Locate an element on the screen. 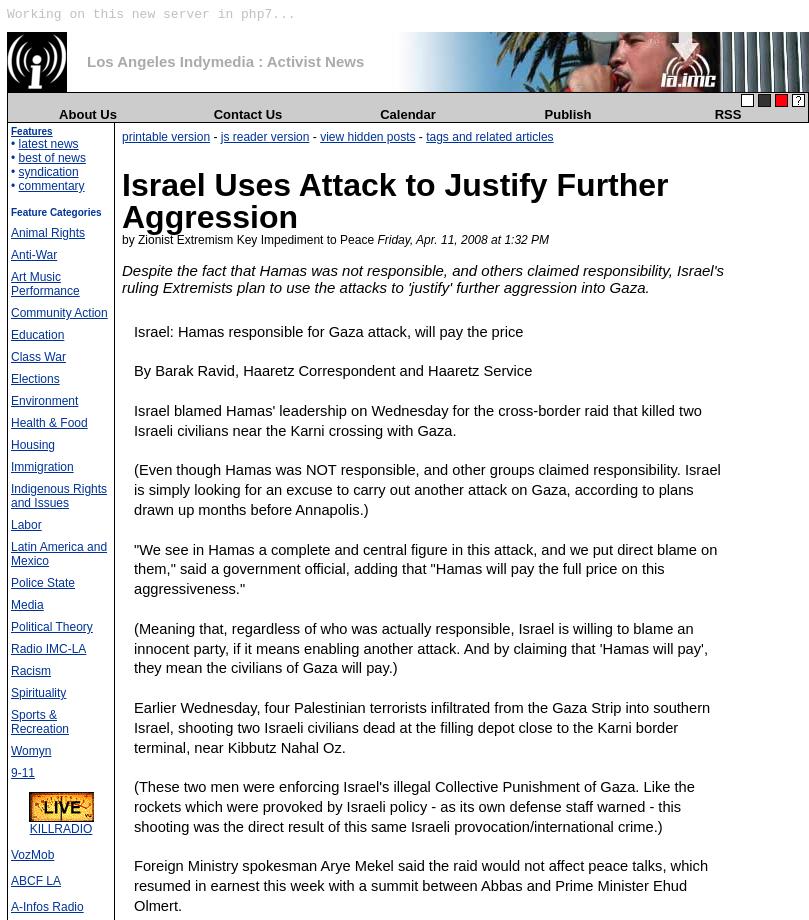  'printable version' is located at coordinates (121, 135).